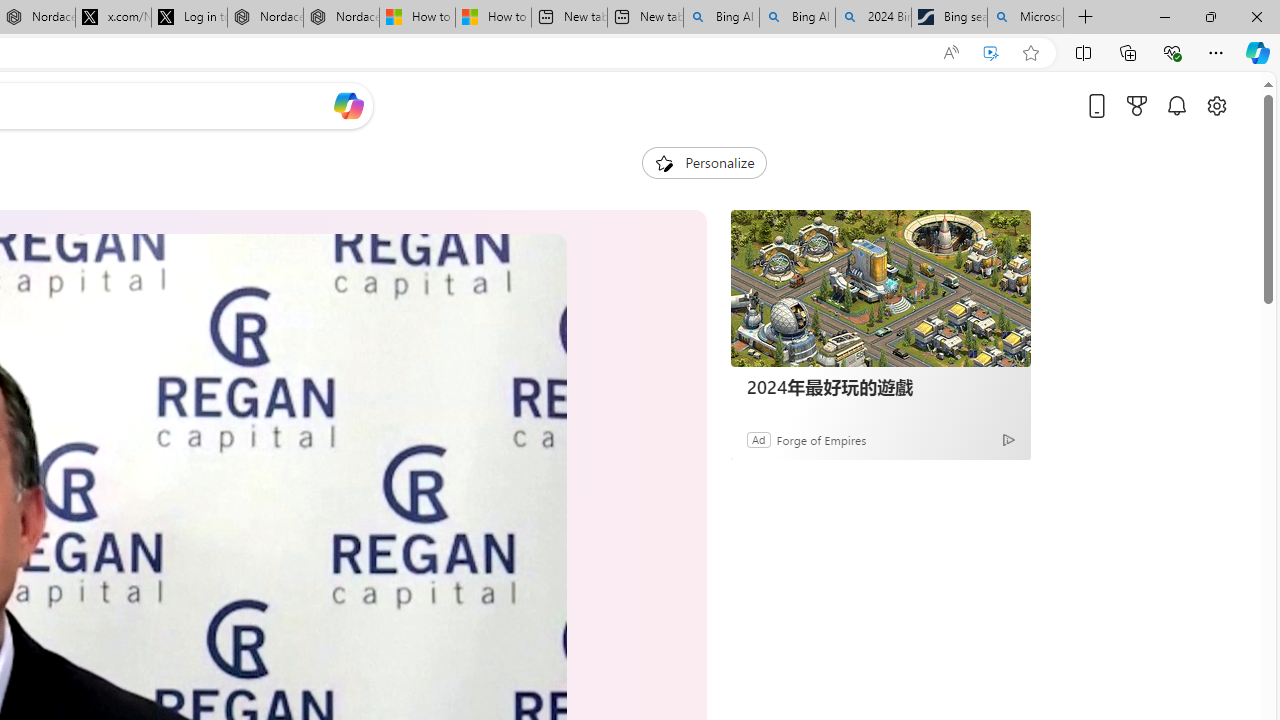  Describe the element at coordinates (1215, 105) in the screenshot. I see `'Open settings'` at that location.